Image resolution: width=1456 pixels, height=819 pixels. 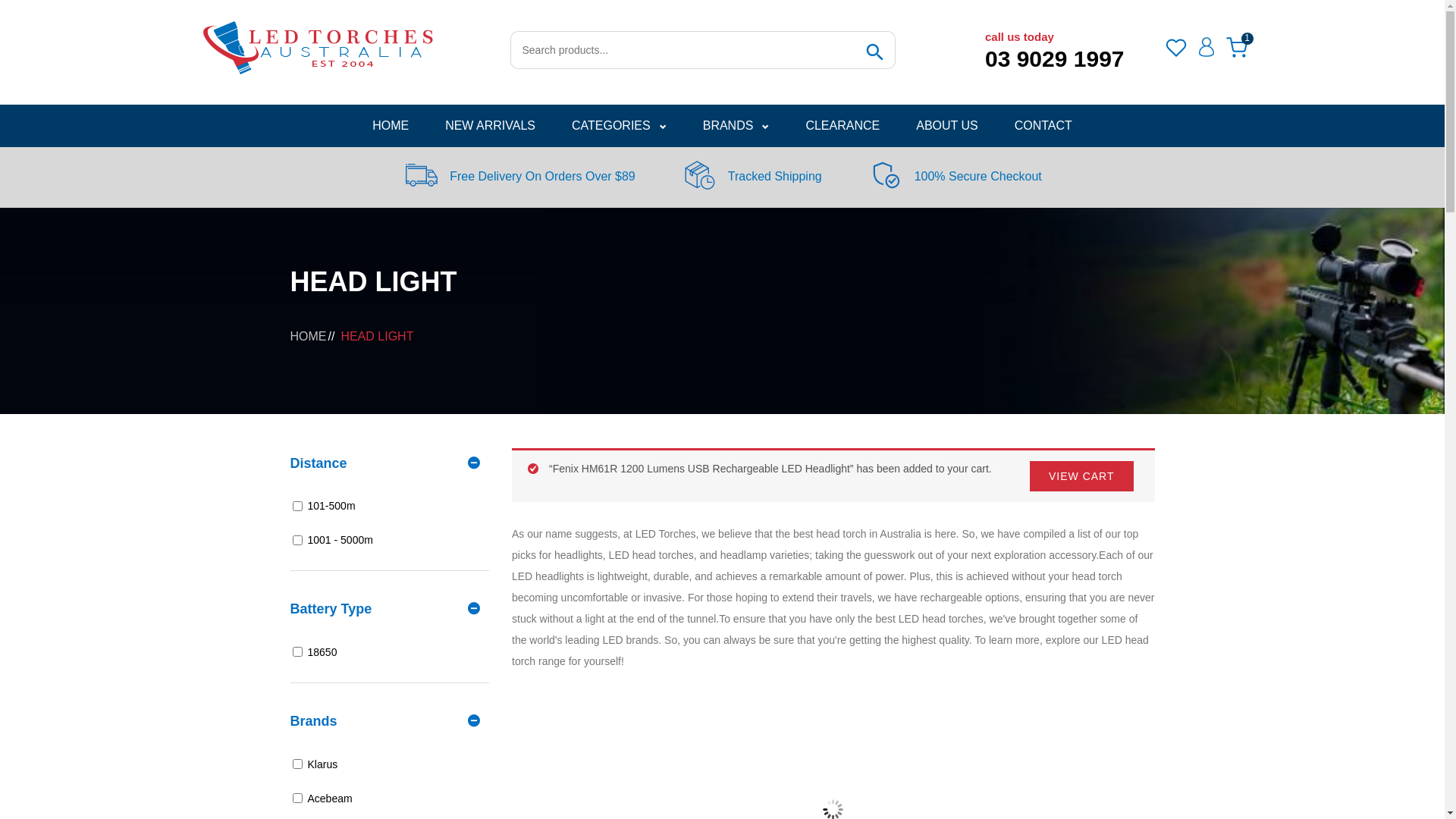 What do you see at coordinates (307, 334) in the screenshot?
I see `'HOME'` at bounding box center [307, 334].